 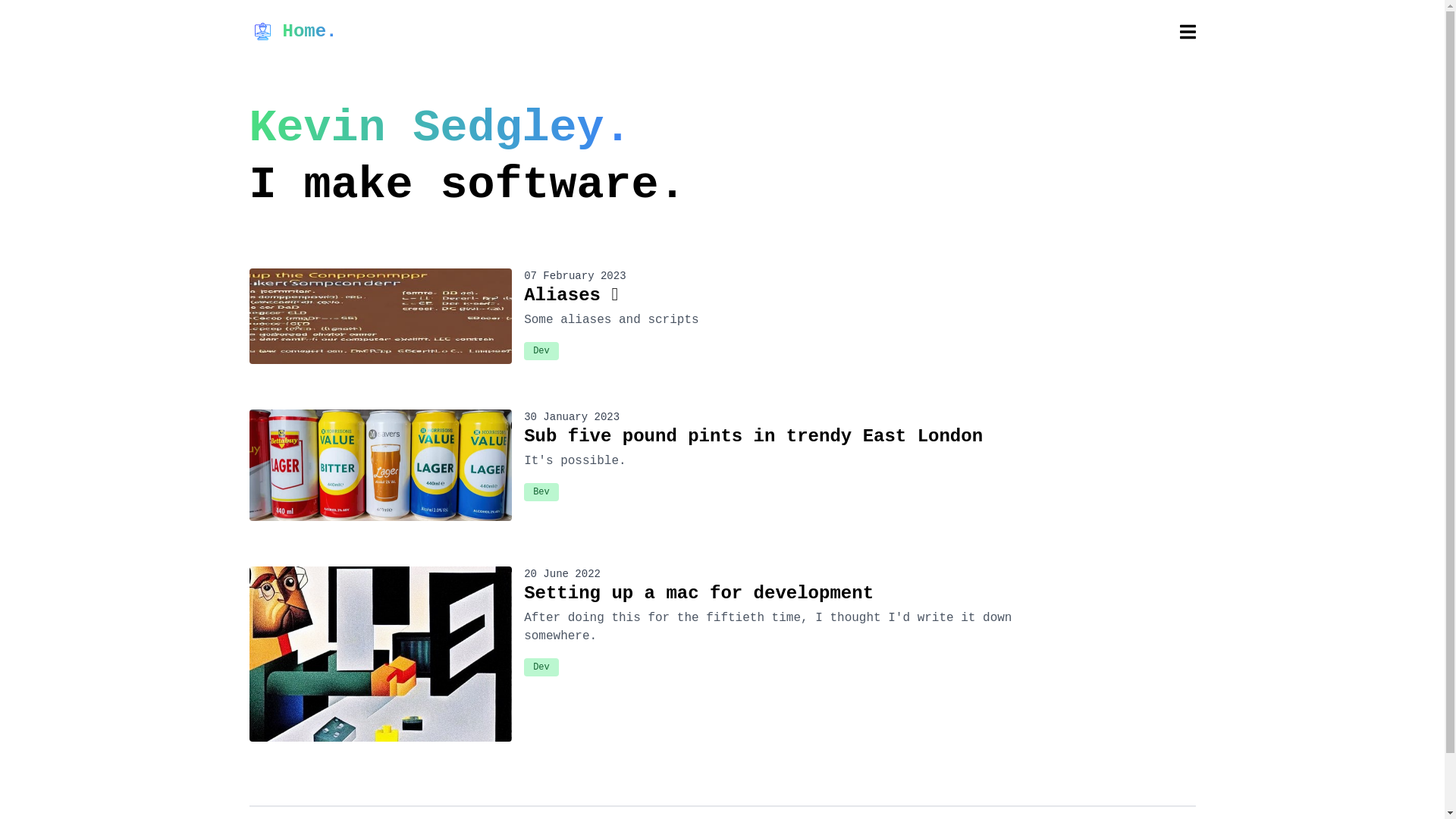 I want to click on 'Dev', so click(x=541, y=350).